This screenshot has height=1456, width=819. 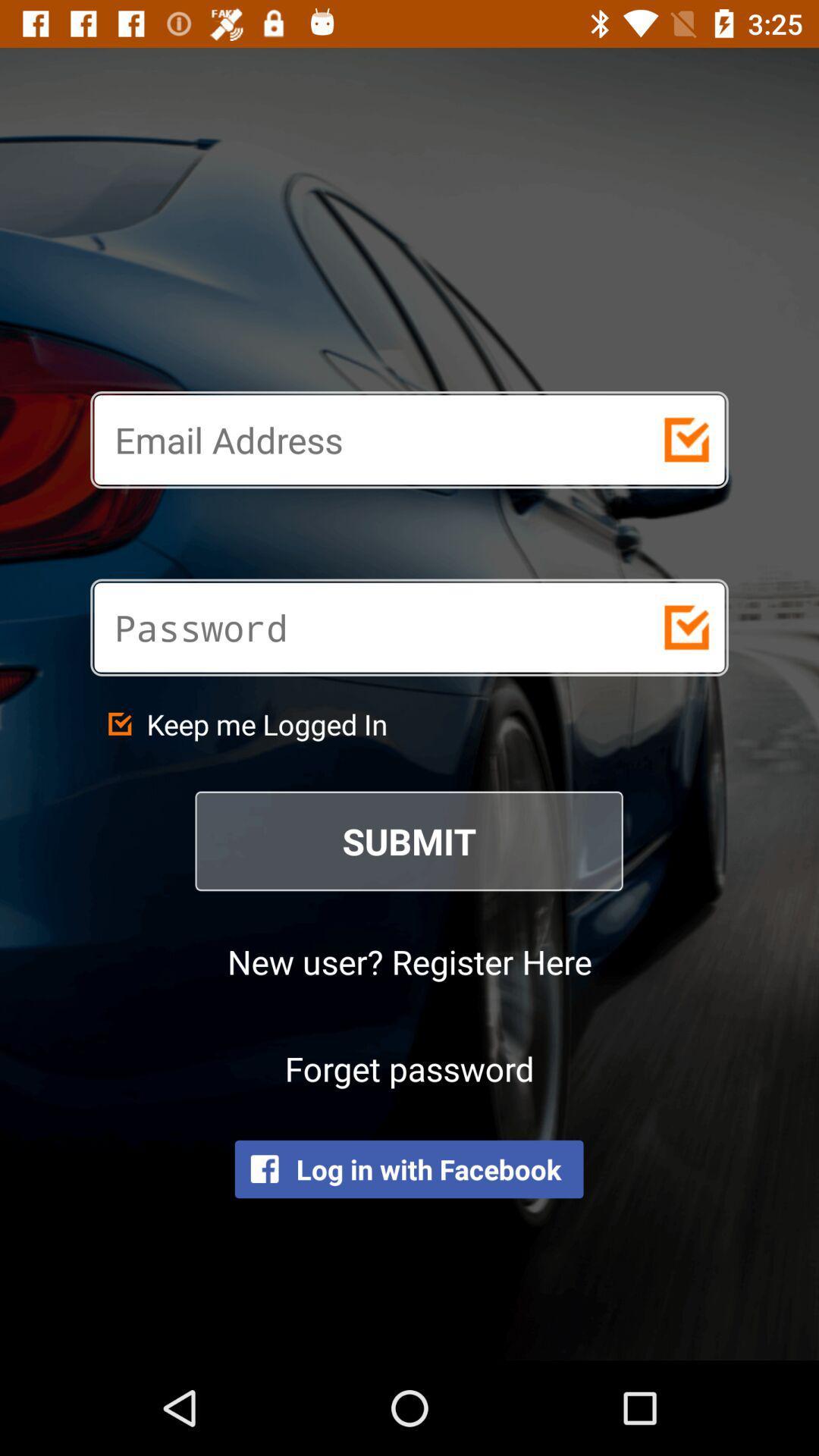 What do you see at coordinates (409, 840) in the screenshot?
I see `the submit` at bounding box center [409, 840].